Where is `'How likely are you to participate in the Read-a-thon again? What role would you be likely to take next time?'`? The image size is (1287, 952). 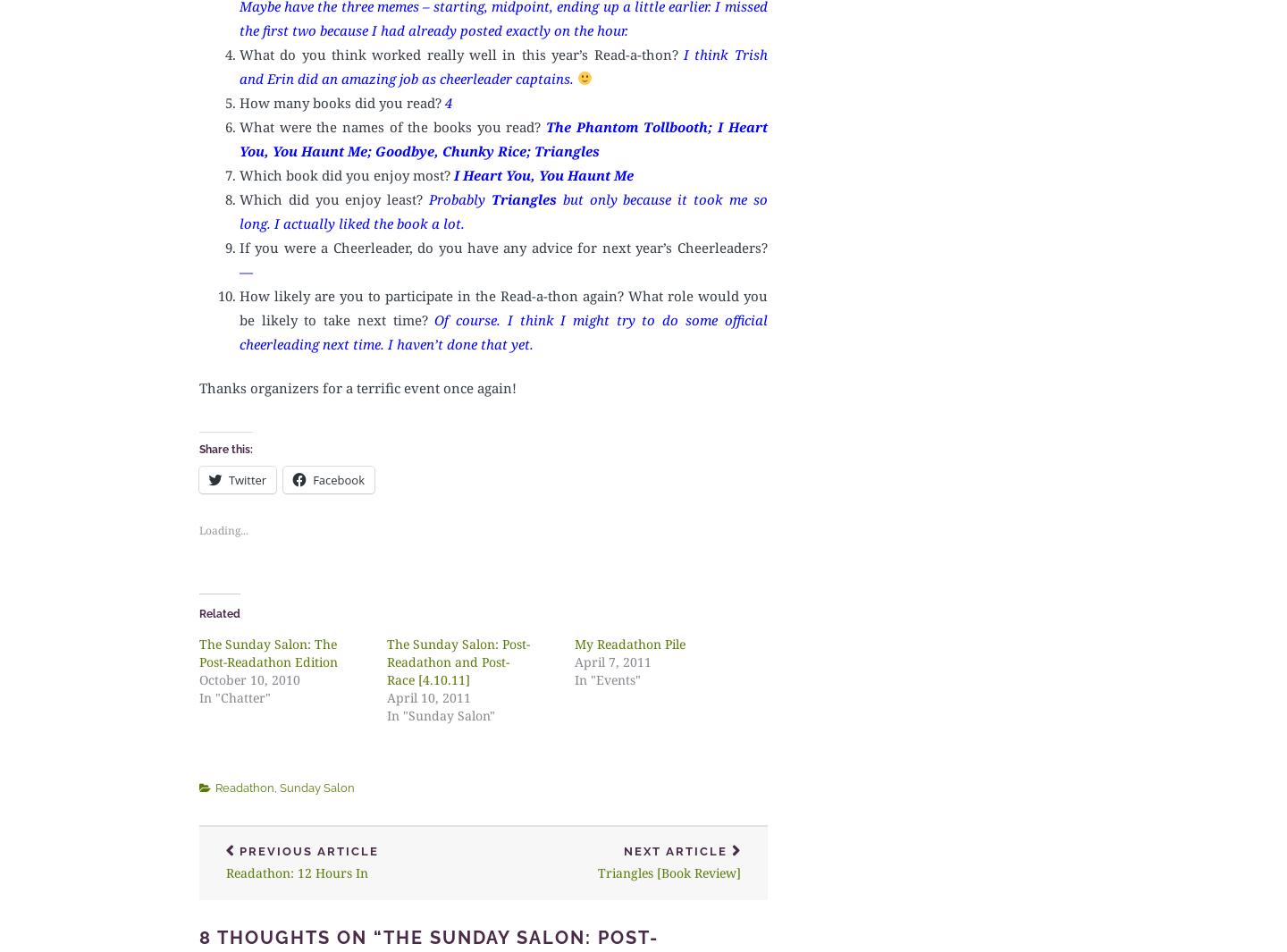
'How likely are you to participate in the Read-a-thon again? What role would you be likely to take next time?' is located at coordinates (503, 306).